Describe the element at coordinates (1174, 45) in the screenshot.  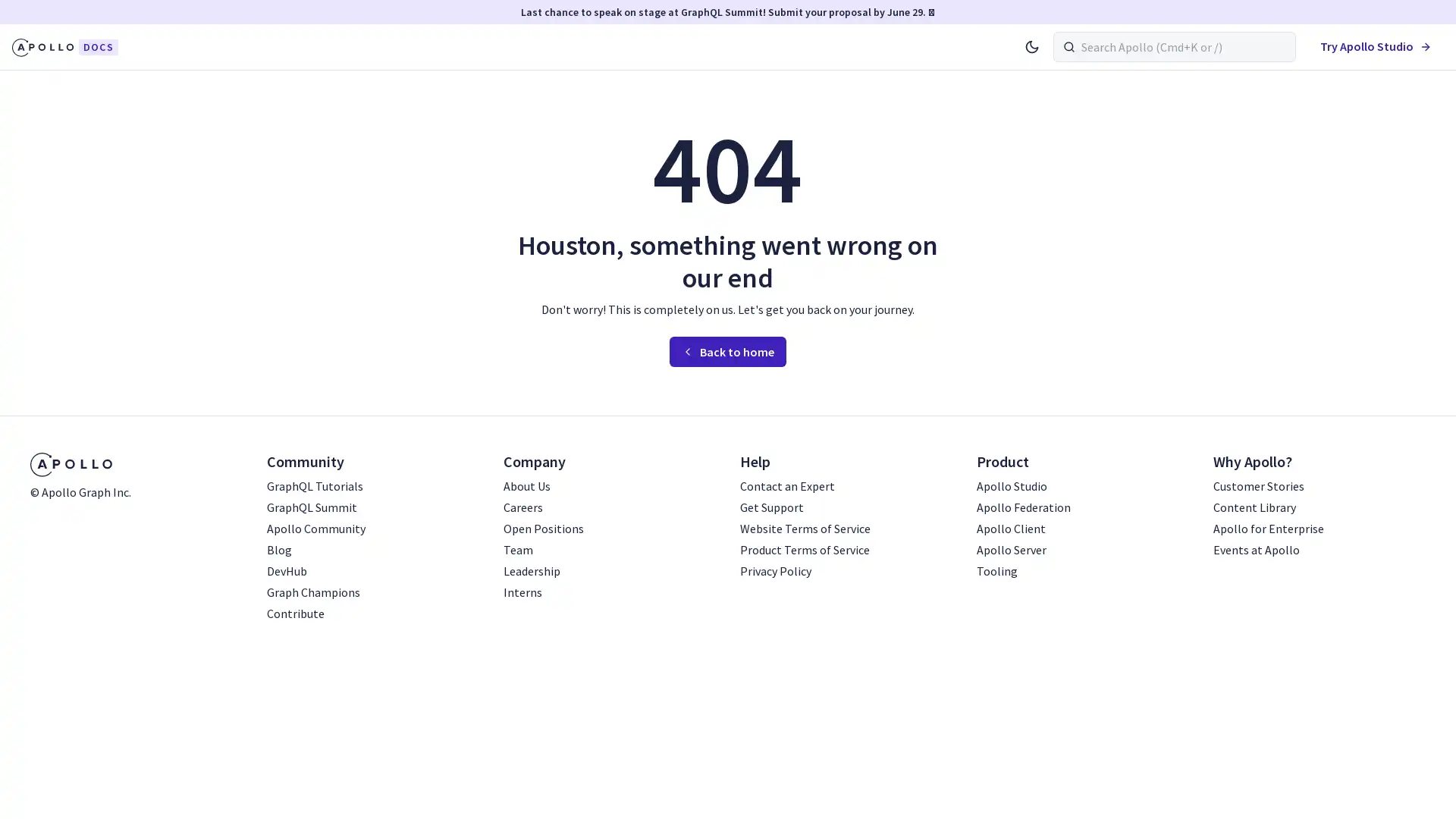
I see `Search Apollo (Cmd+K or /)` at that location.